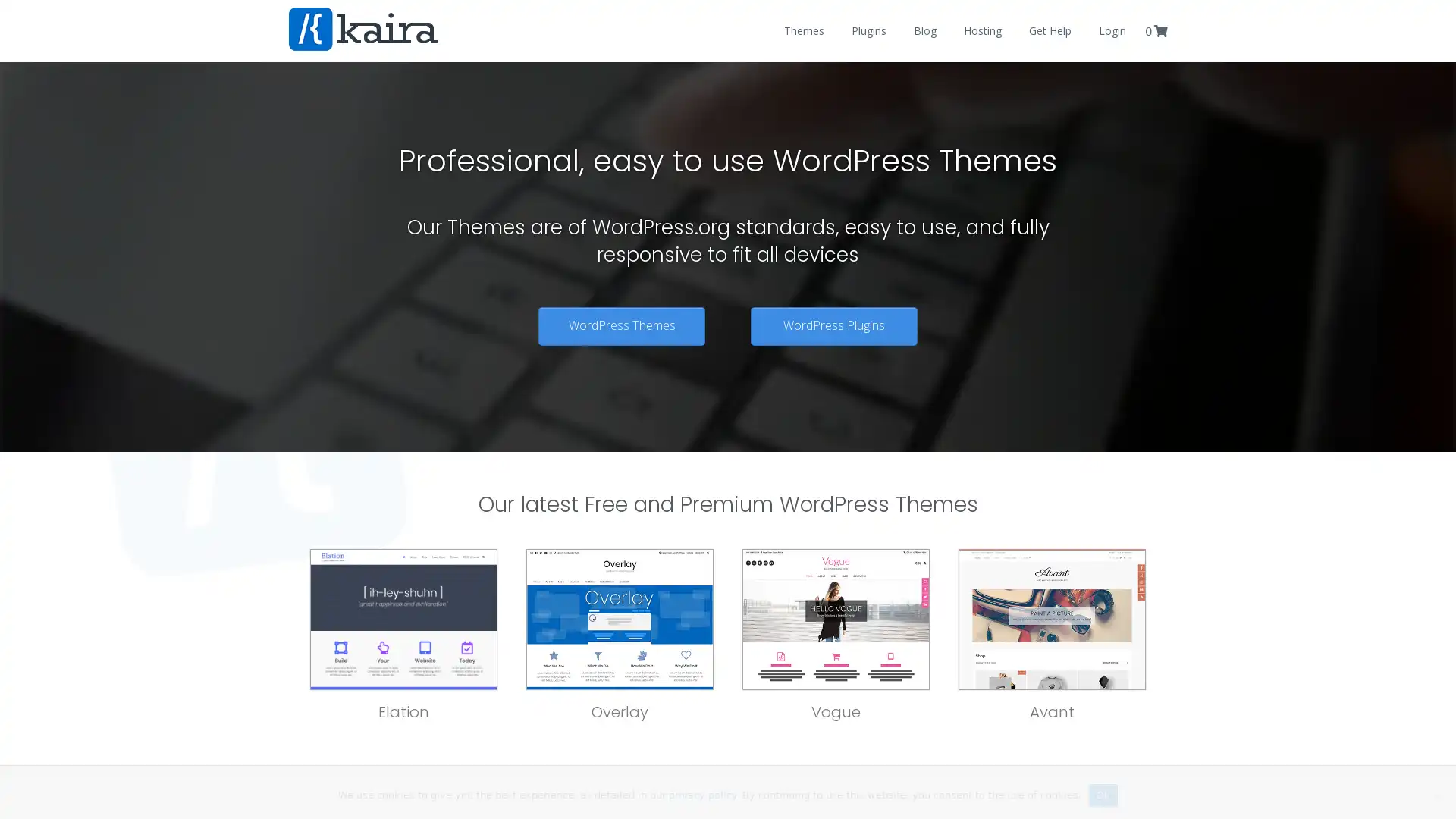  I want to click on WordPress Themes, so click(622, 325).